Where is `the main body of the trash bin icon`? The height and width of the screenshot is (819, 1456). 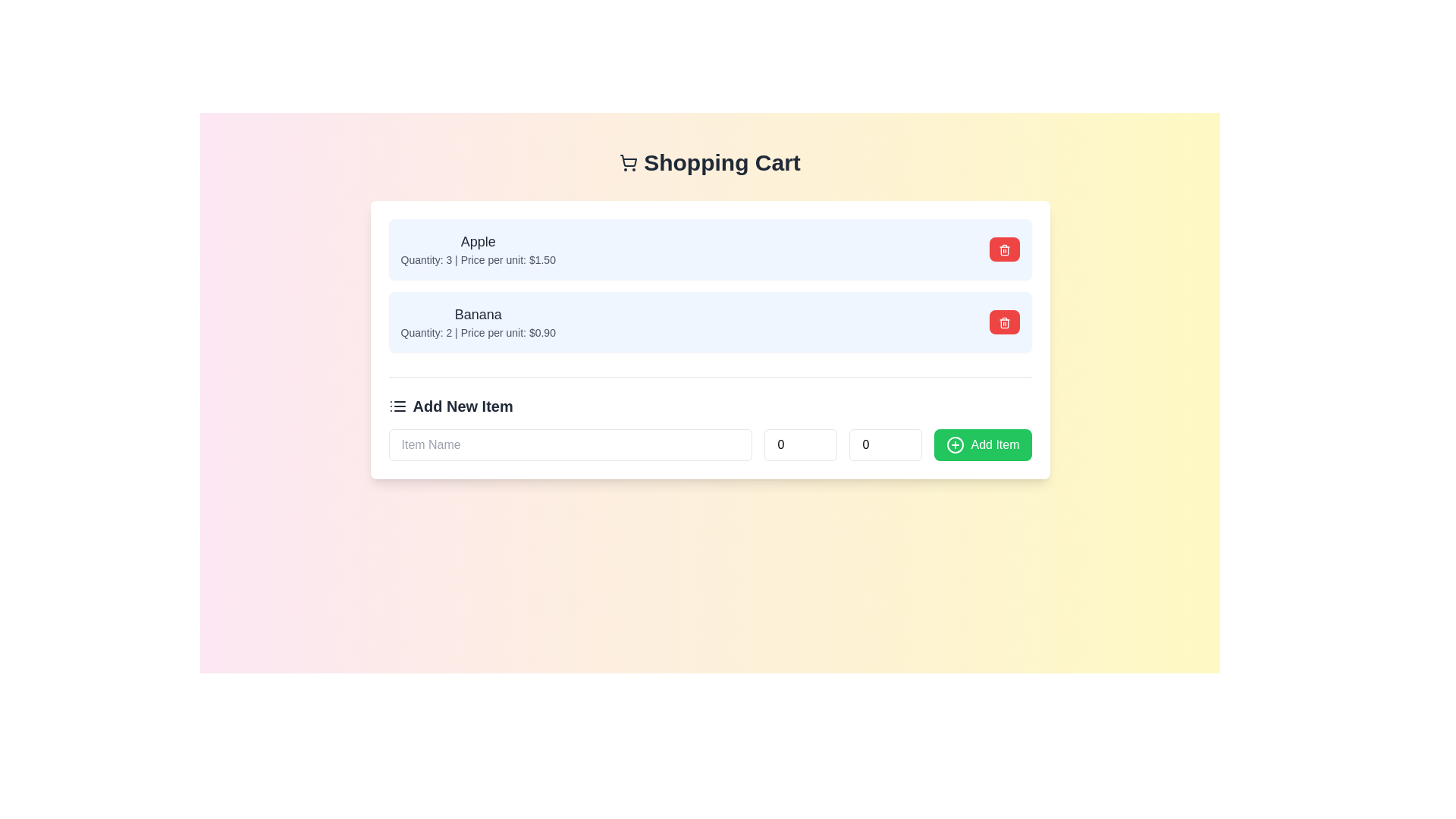 the main body of the trash bin icon is located at coordinates (1004, 323).